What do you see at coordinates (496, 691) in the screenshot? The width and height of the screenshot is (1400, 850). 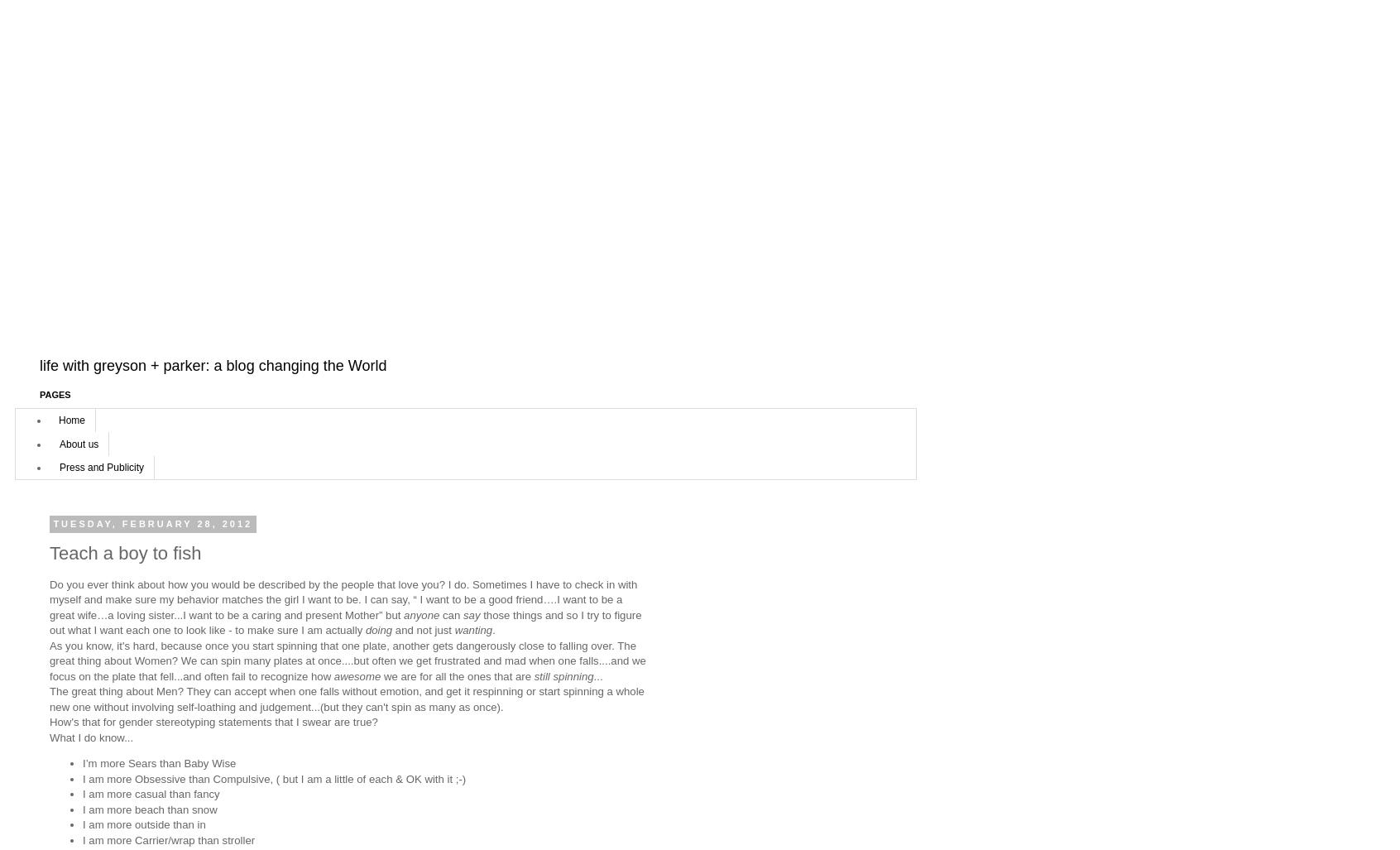 I see `'respinning'` at bounding box center [496, 691].